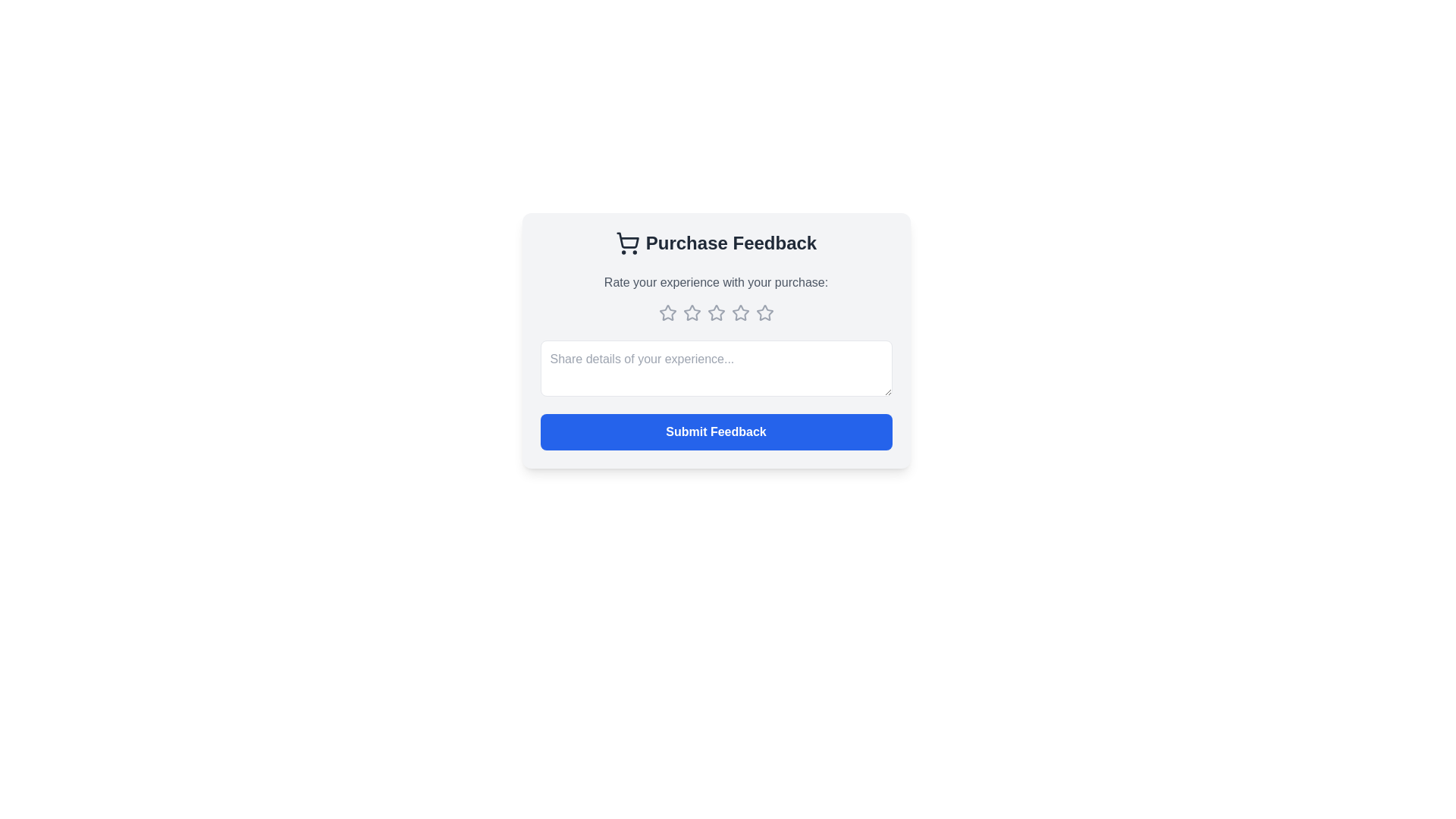  I want to click on the second star-shaped rating icon in the feedback form, so click(691, 312).